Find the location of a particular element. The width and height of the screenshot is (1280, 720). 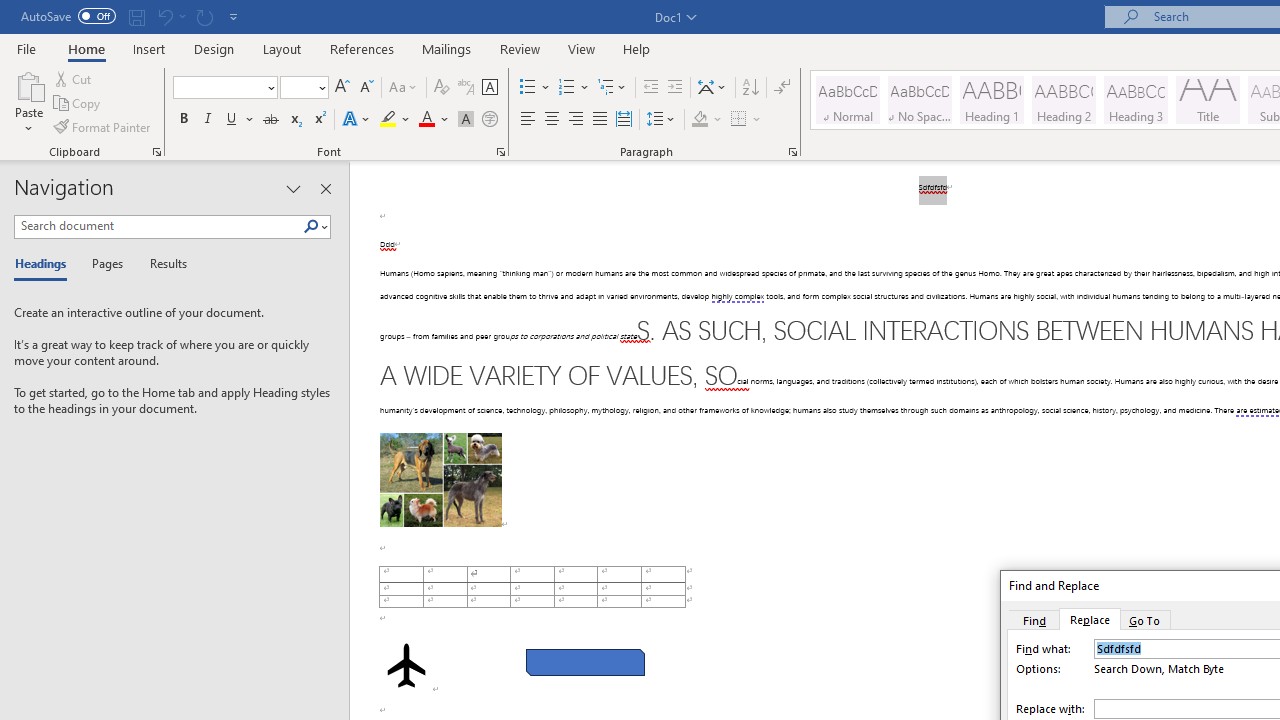

'Format Painter' is located at coordinates (102, 127).